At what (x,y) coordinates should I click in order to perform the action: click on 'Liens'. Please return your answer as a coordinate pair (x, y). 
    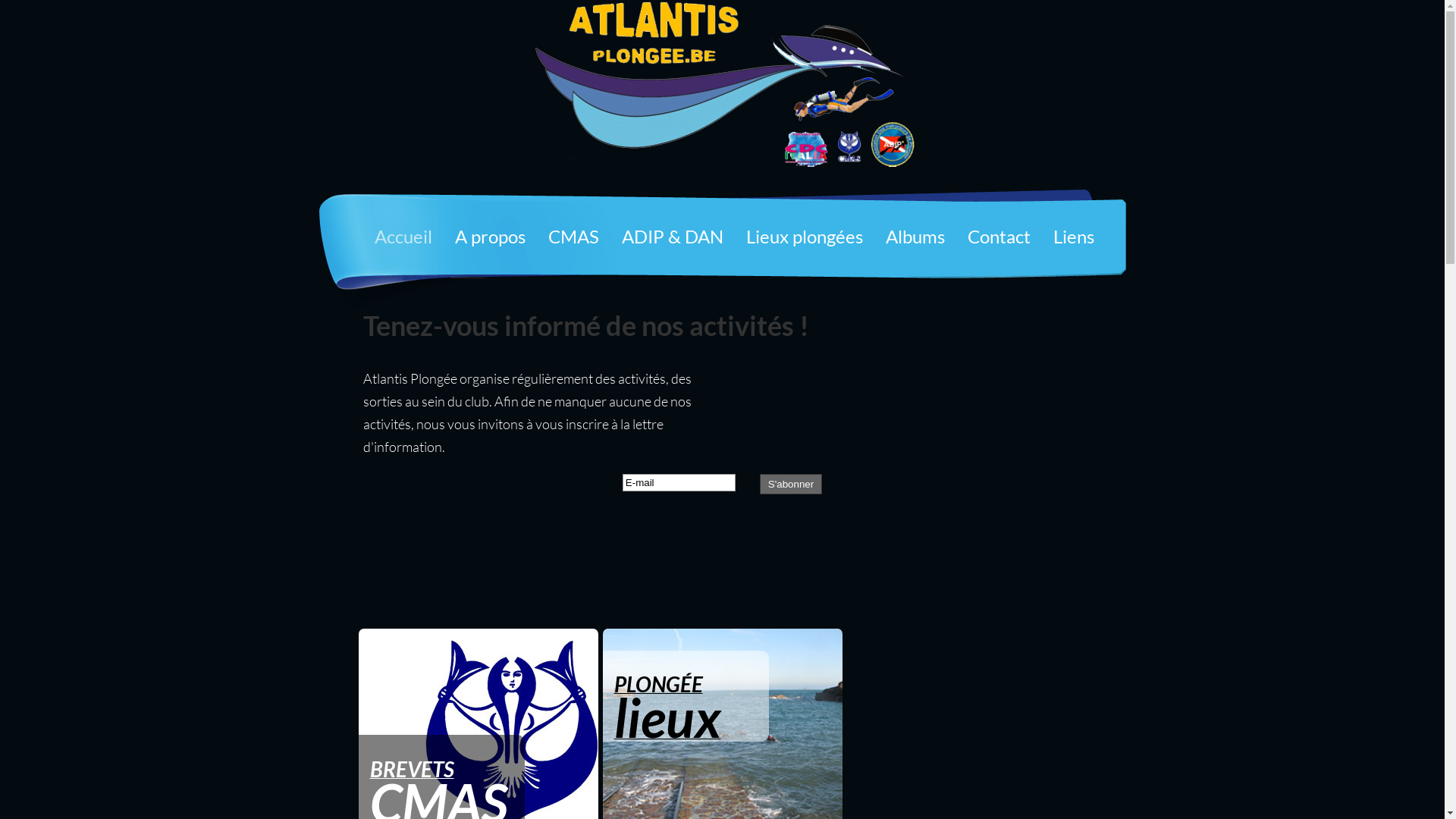
    Looking at the image, I should click on (1073, 240).